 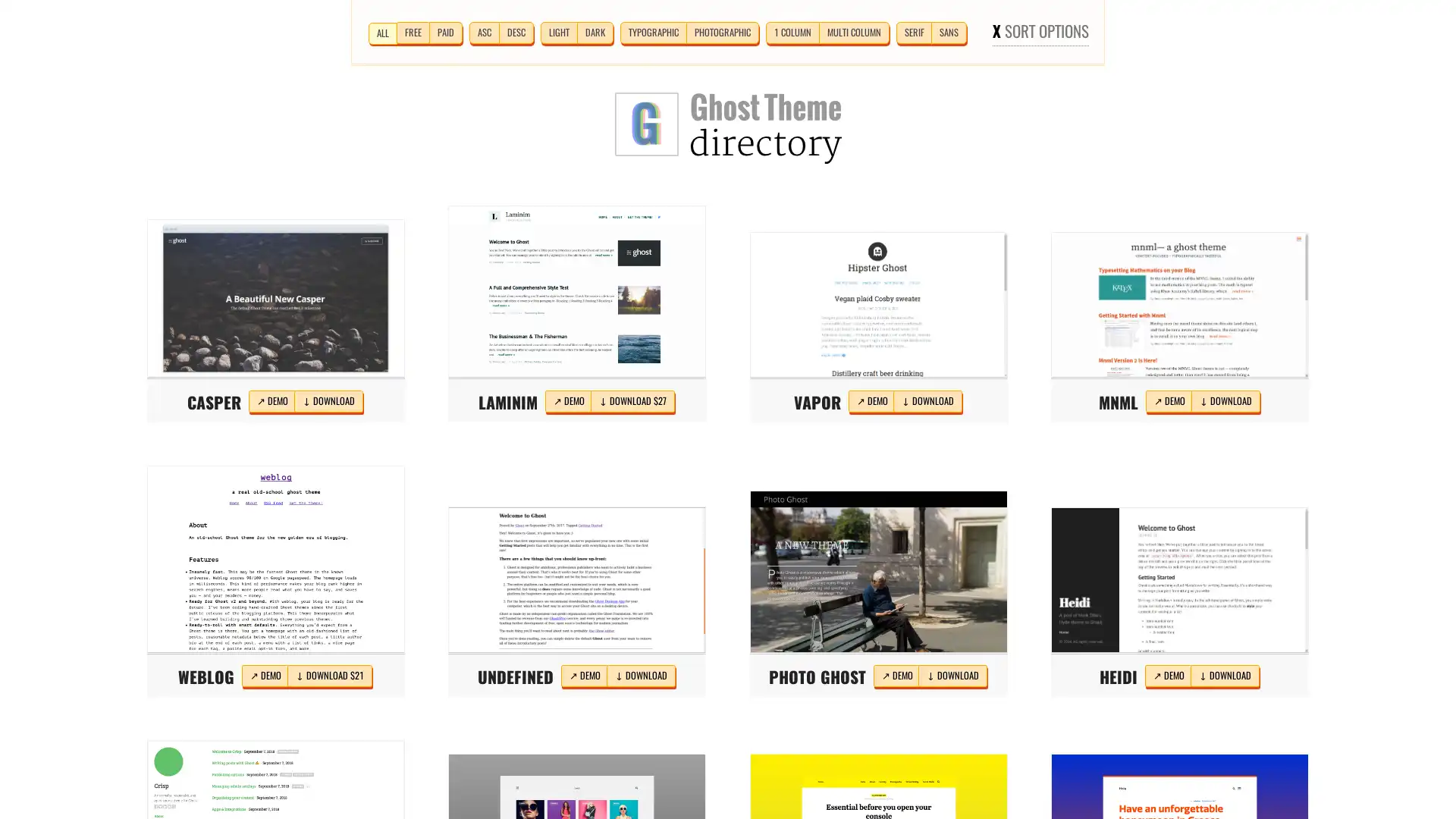 I want to click on ASC, so click(x=483, y=32).